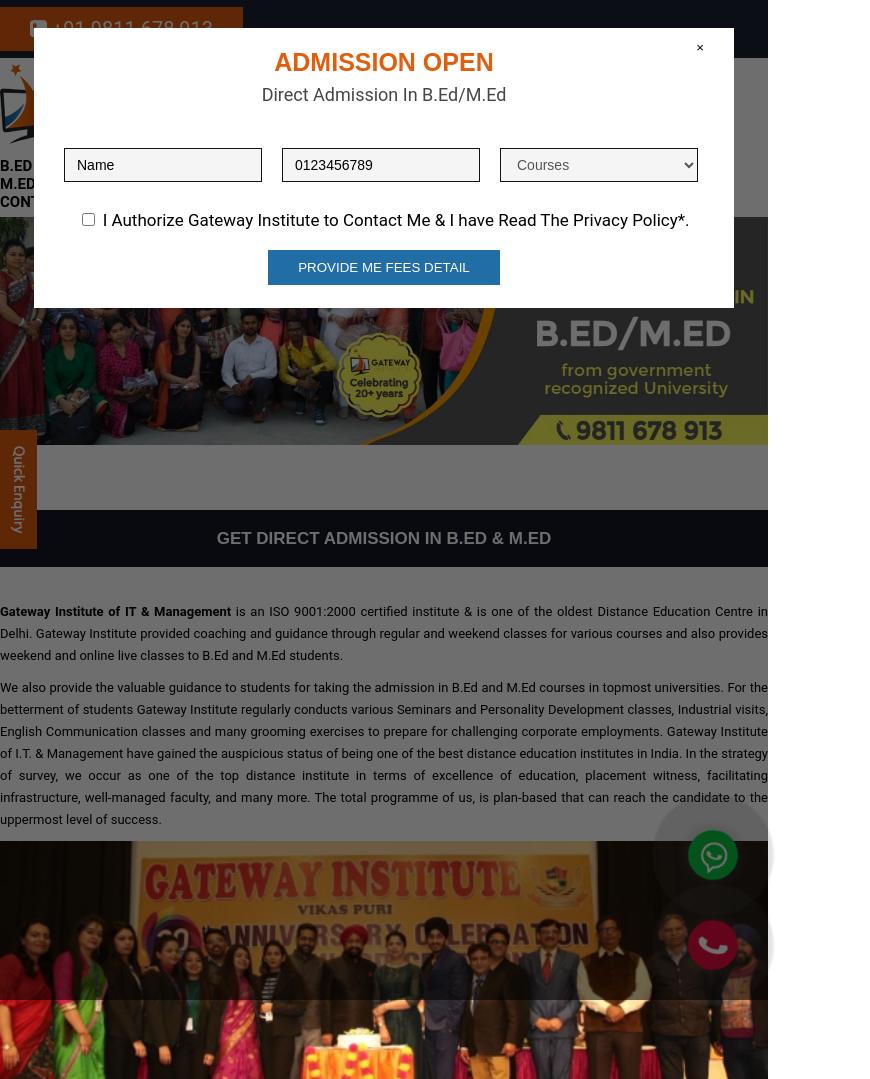 Image resolution: width=870 pixels, height=1079 pixels. What do you see at coordinates (32, 201) in the screenshot?
I see `'Contact'` at bounding box center [32, 201].